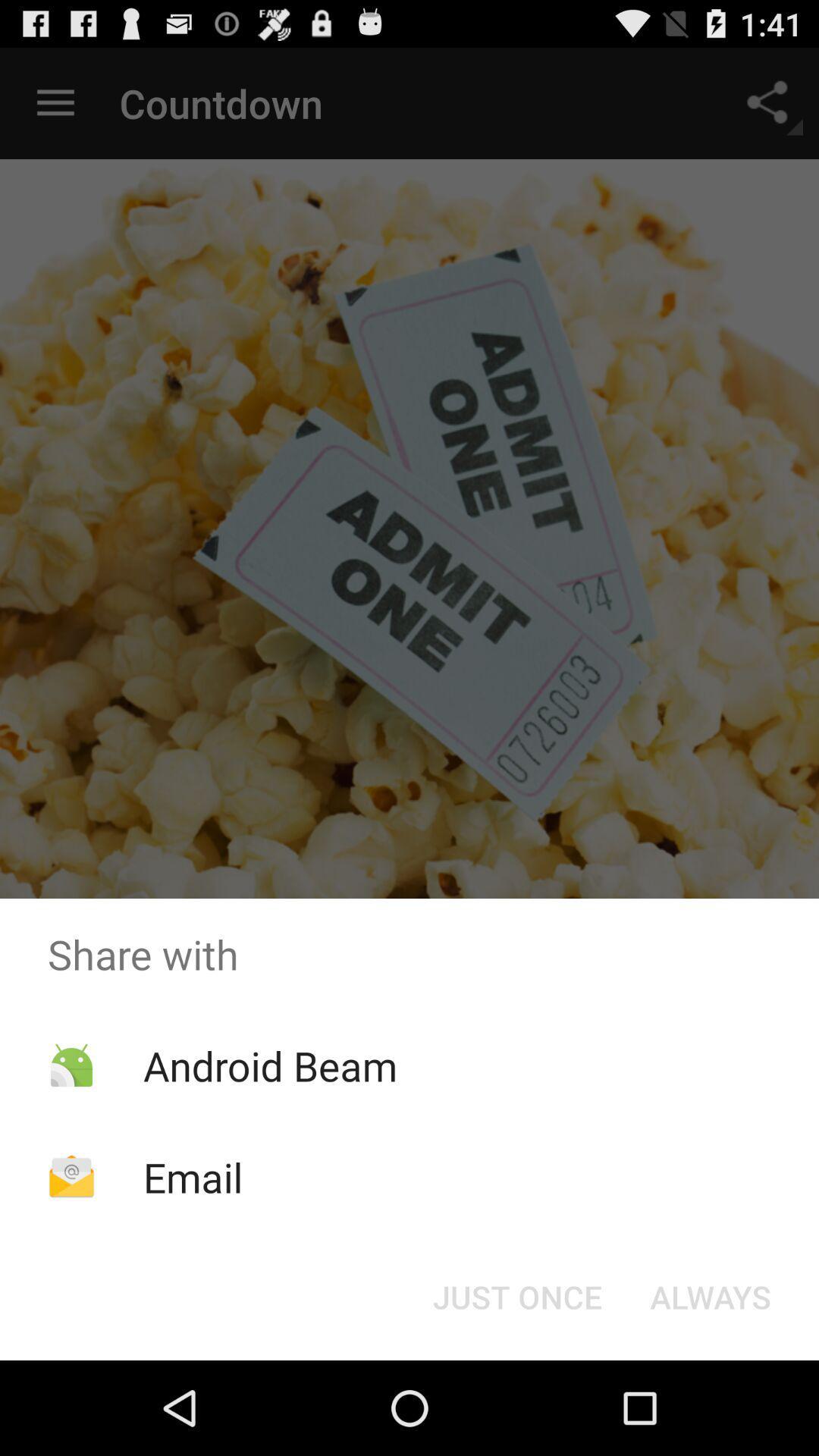 This screenshot has width=819, height=1456. What do you see at coordinates (516, 1295) in the screenshot?
I see `just once item` at bounding box center [516, 1295].